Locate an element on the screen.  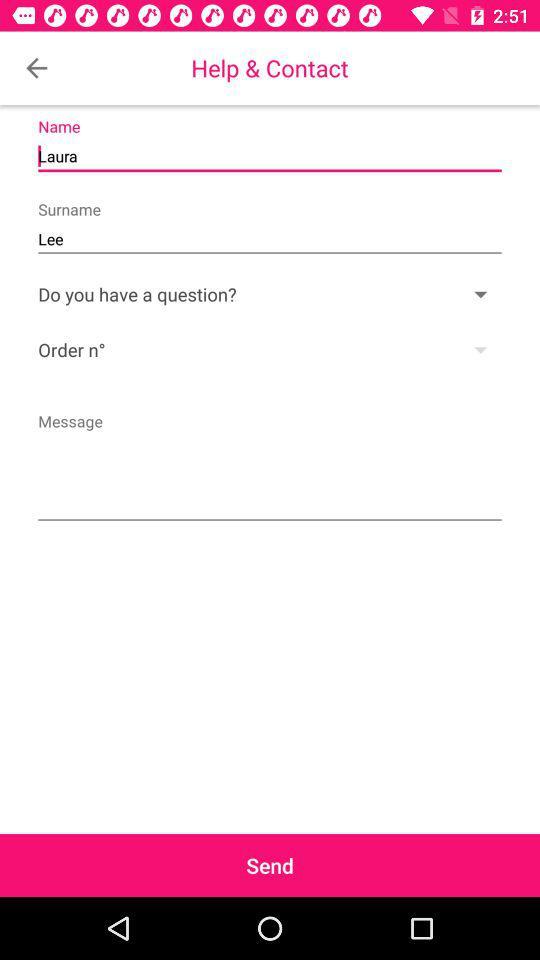
a messasge is located at coordinates (270, 465).